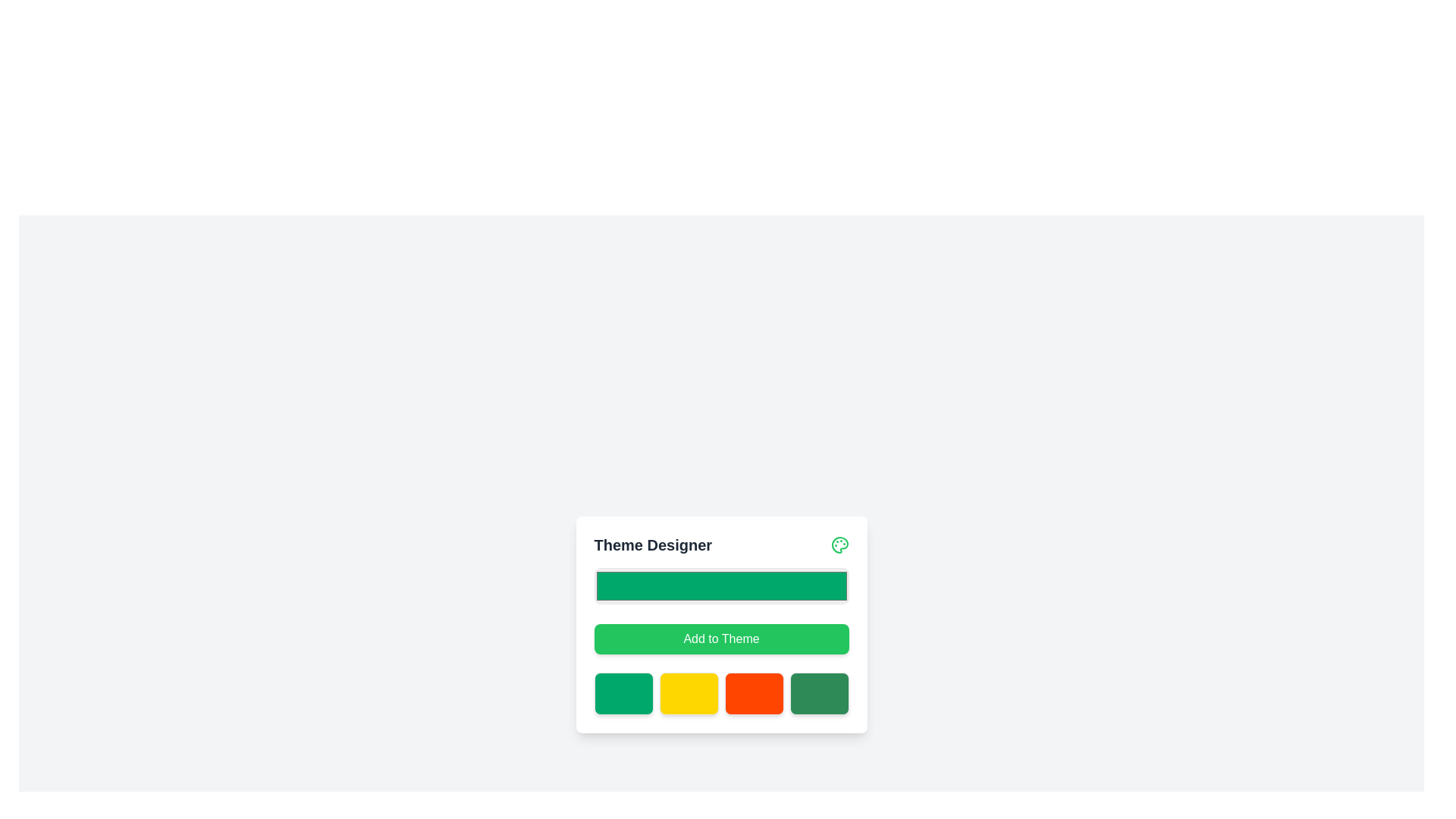  I want to click on the confirmation button located beneath the color picker rectangle and above the grid of color swatches, so click(720, 625).